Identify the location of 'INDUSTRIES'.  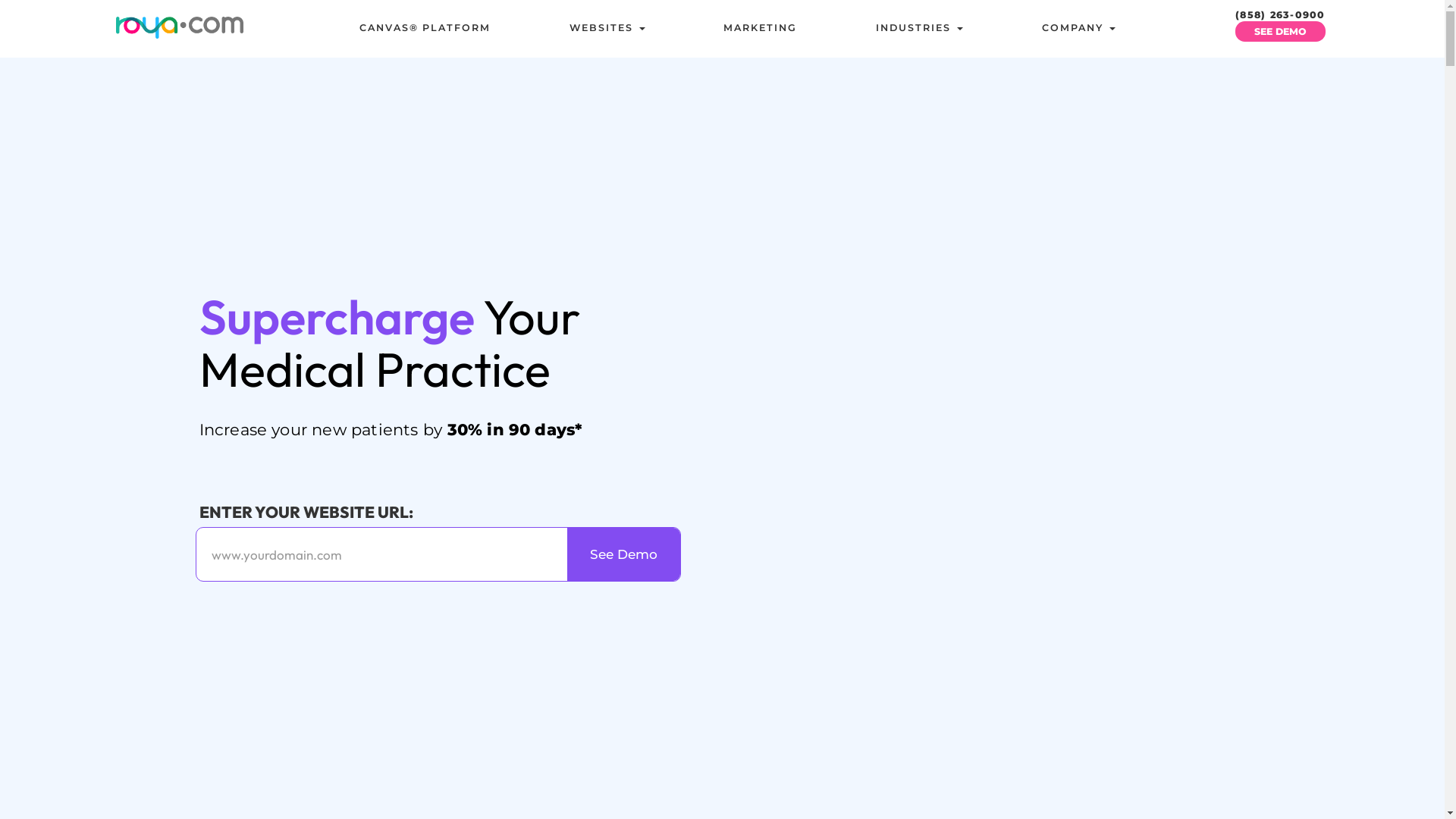
(918, 28).